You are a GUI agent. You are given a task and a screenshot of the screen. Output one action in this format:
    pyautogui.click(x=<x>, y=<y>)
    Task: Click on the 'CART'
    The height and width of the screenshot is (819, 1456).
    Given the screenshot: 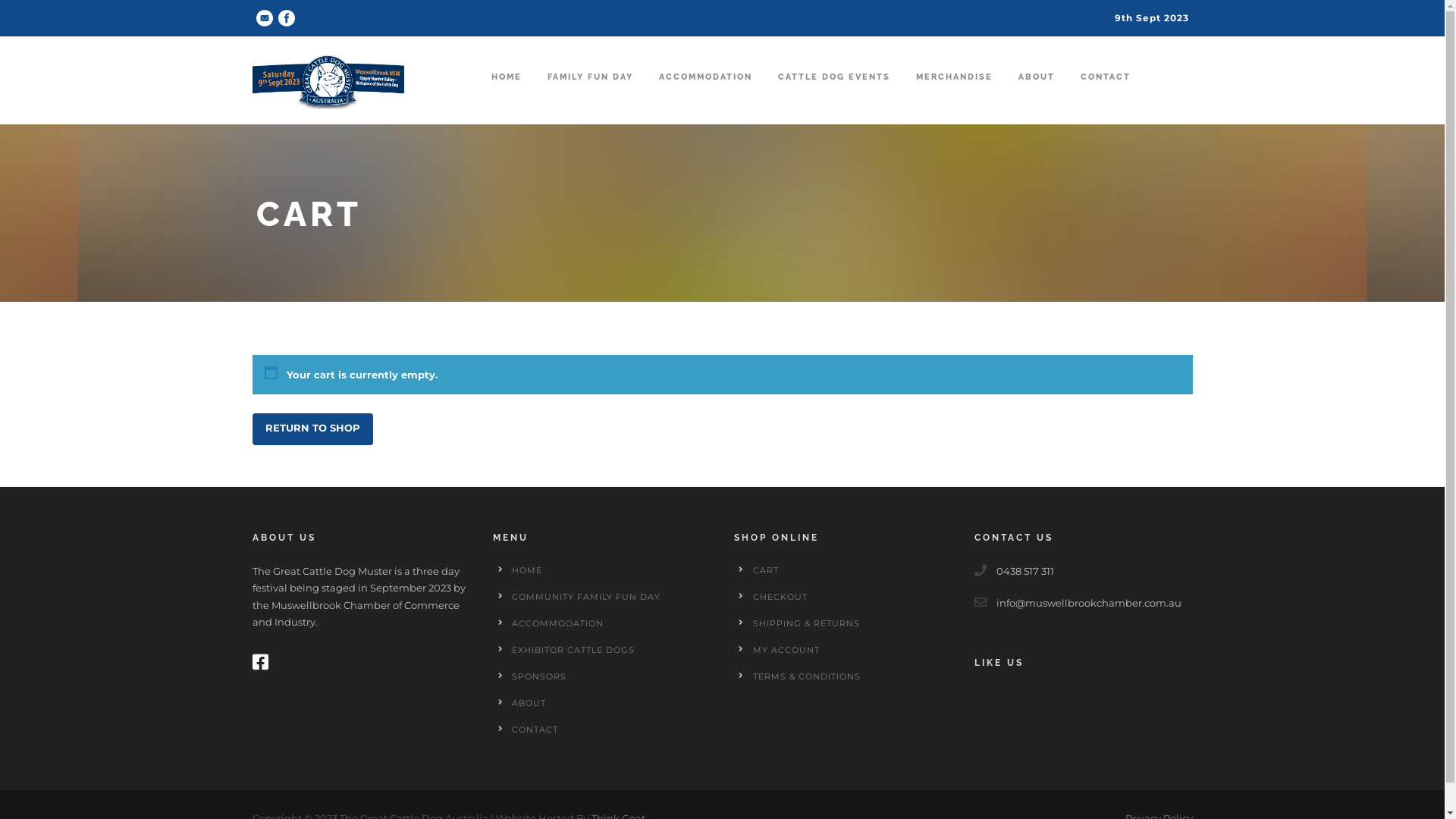 What is the action you would take?
    pyautogui.click(x=764, y=570)
    